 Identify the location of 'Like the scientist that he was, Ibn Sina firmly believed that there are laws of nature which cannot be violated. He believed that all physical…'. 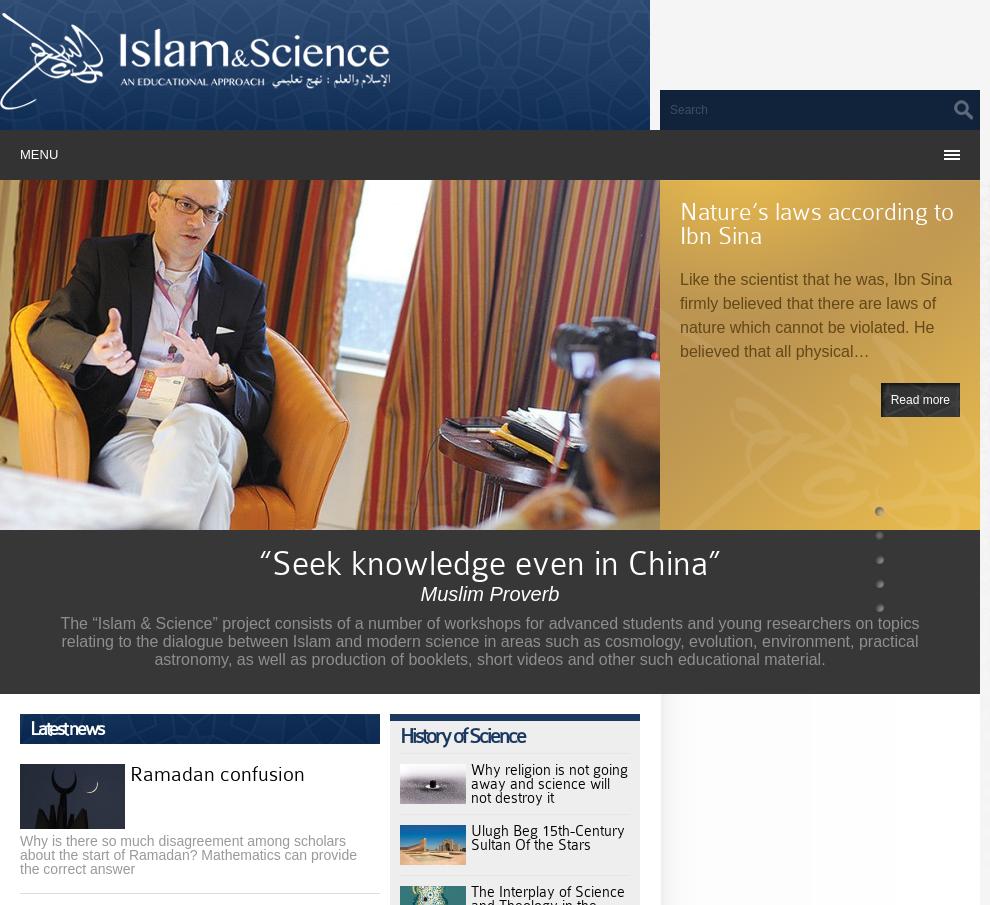
(814, 314).